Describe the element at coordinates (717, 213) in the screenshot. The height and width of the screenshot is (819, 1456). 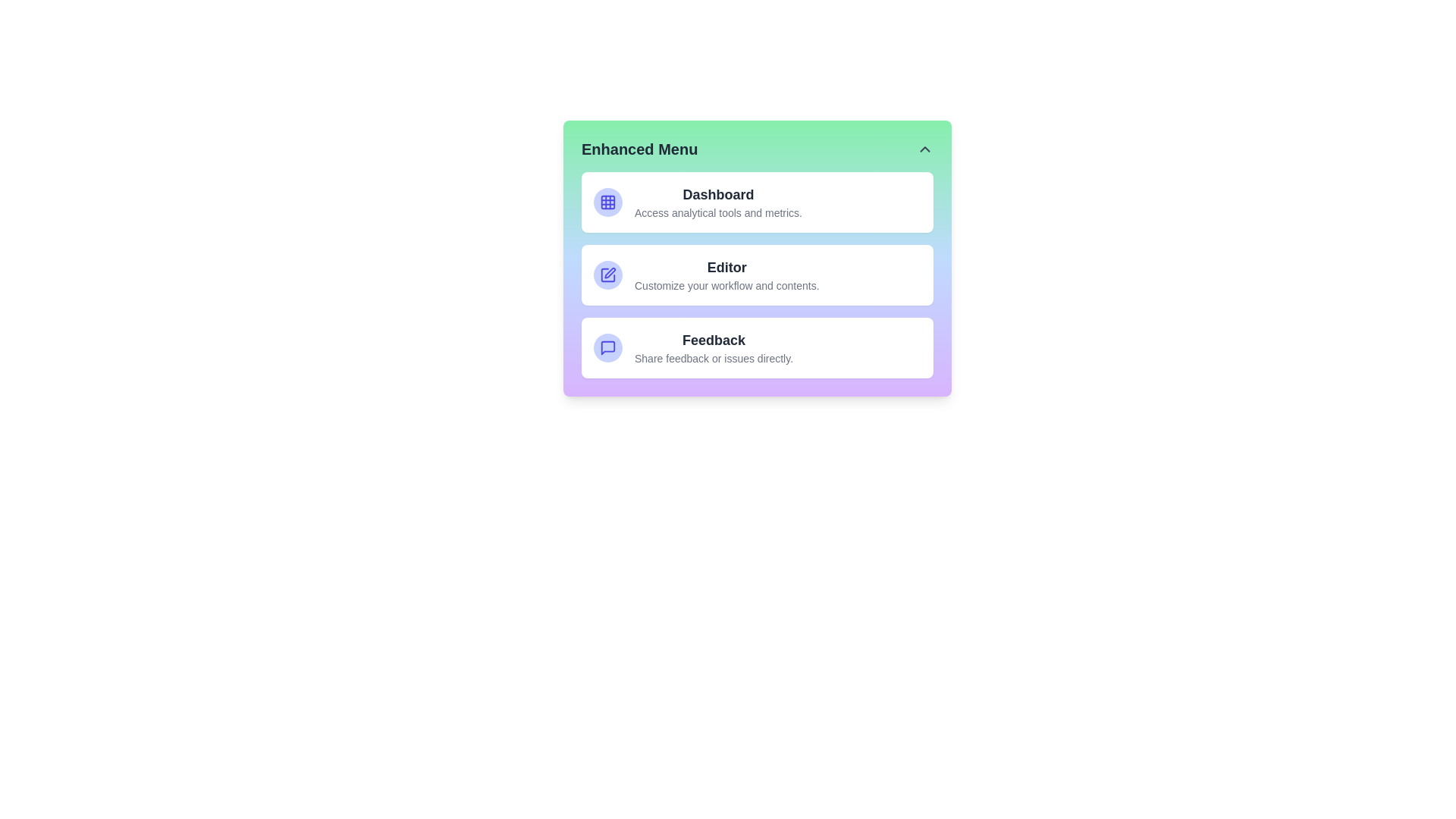
I see `the descriptive text under the menu item Dashboard` at that location.